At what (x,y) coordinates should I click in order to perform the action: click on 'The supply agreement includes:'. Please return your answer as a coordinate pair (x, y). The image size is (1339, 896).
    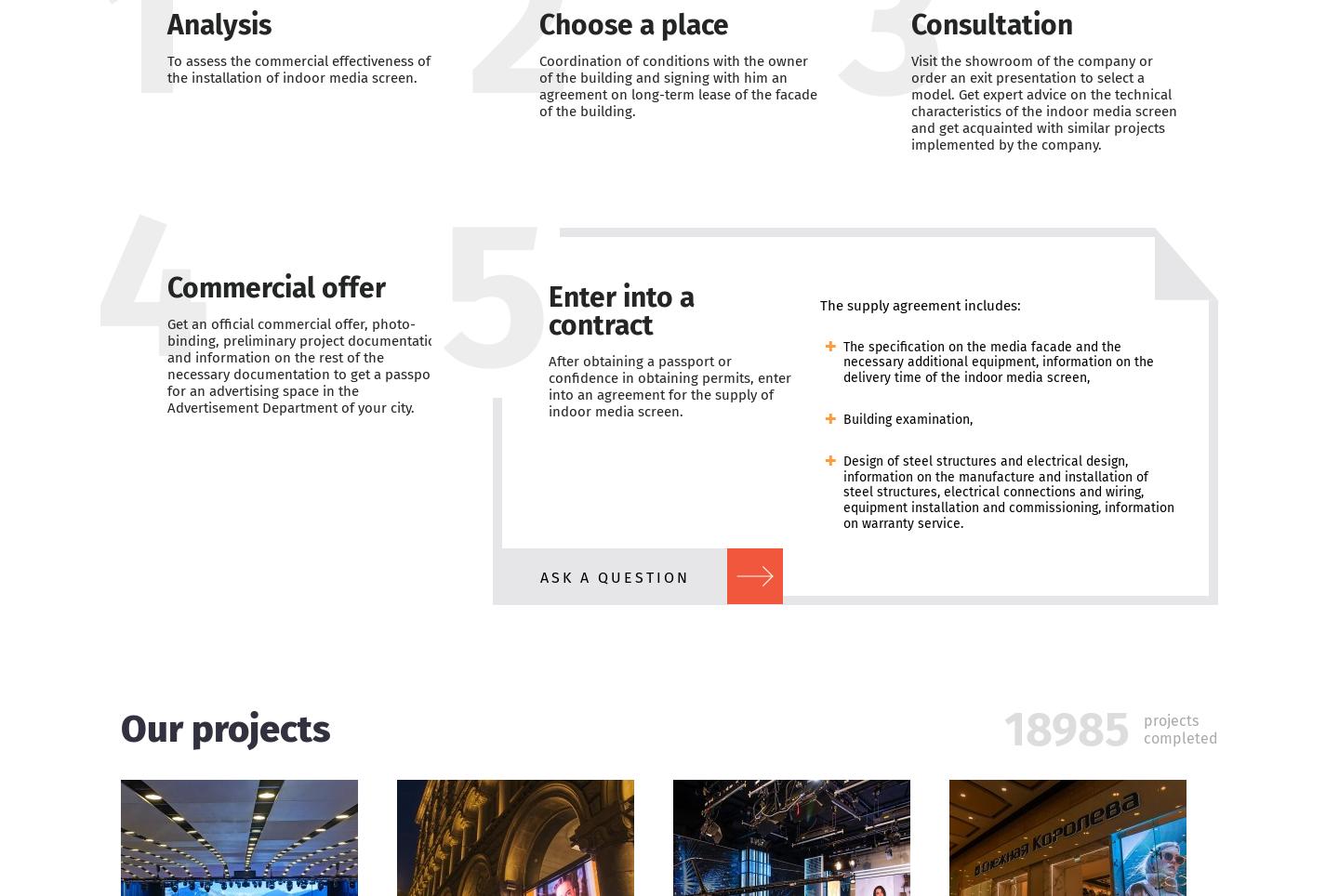
    Looking at the image, I should click on (918, 303).